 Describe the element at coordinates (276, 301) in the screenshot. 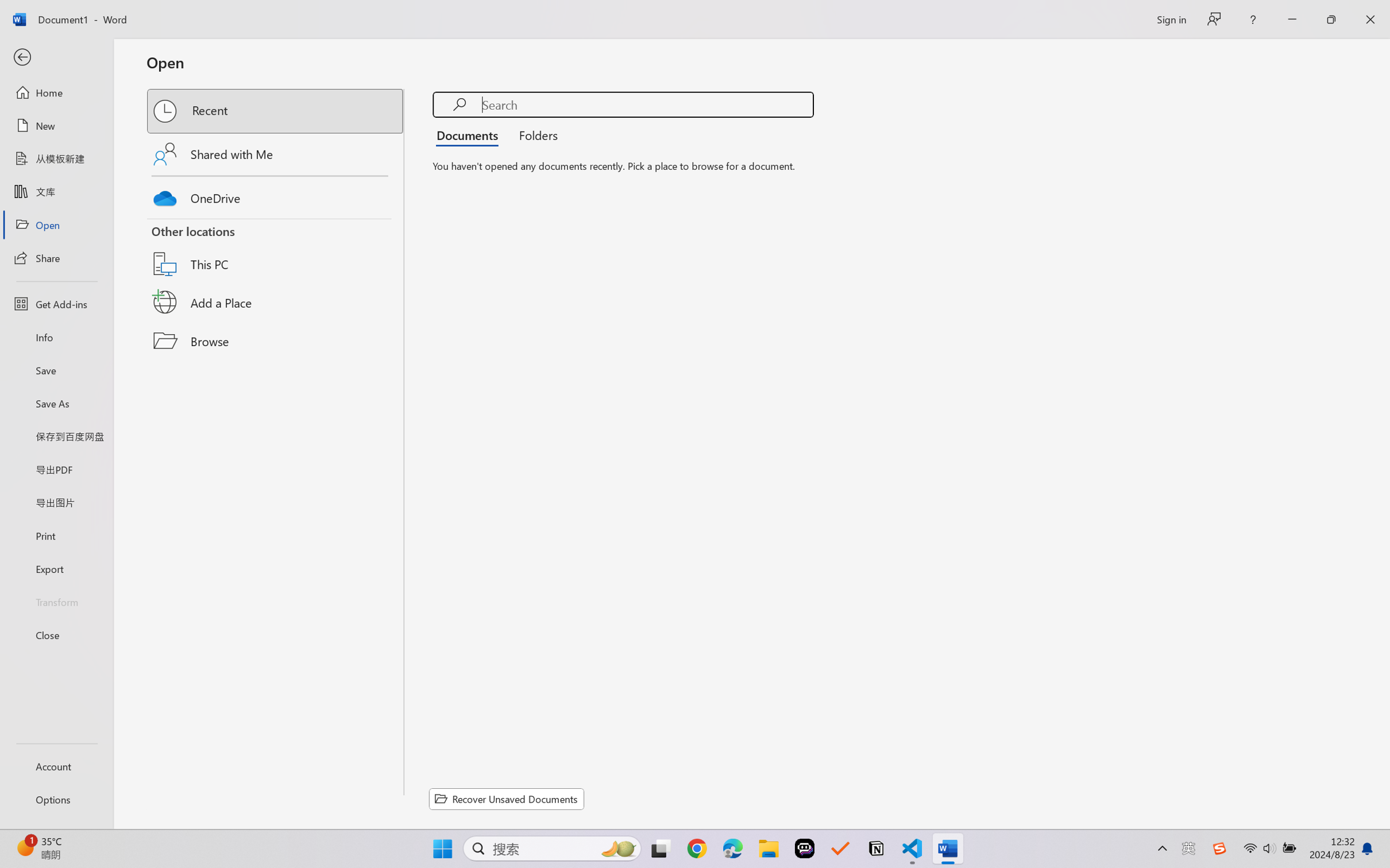

I see `'Add a Place'` at that location.